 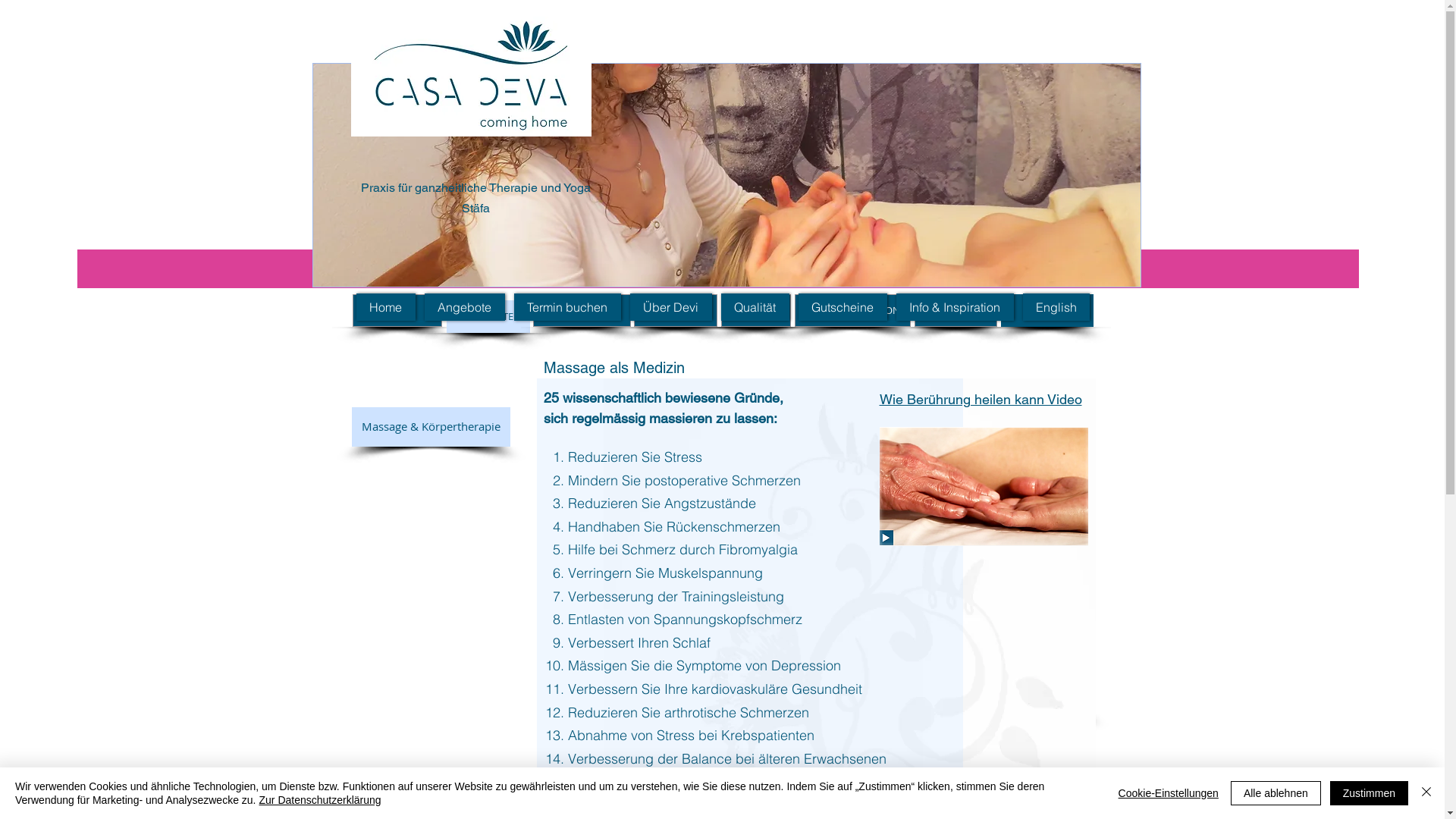 I want to click on 'HOME', so click(x=397, y=309).